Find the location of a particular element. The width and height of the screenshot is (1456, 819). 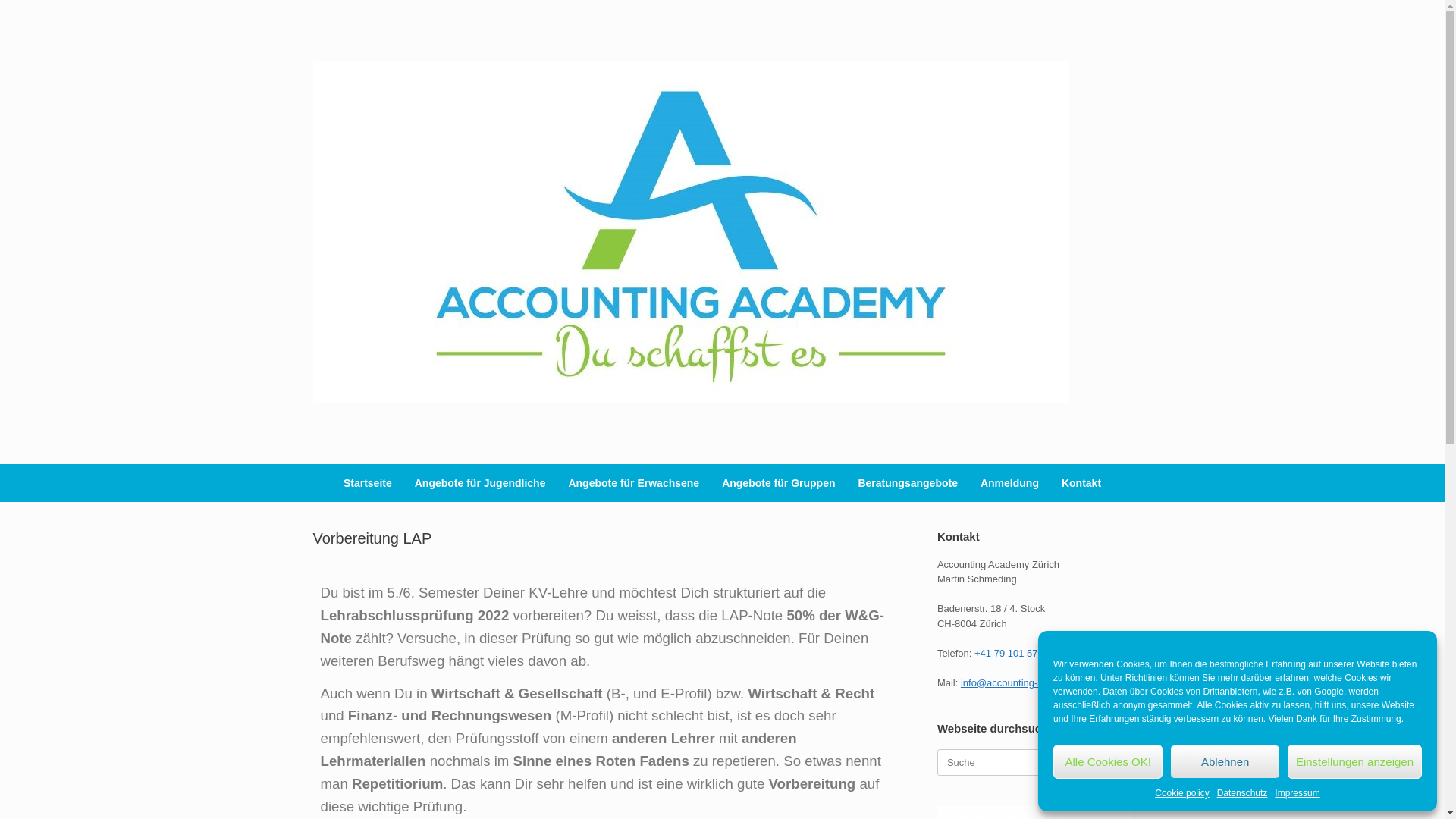

'Datenschutz' is located at coordinates (1242, 792).